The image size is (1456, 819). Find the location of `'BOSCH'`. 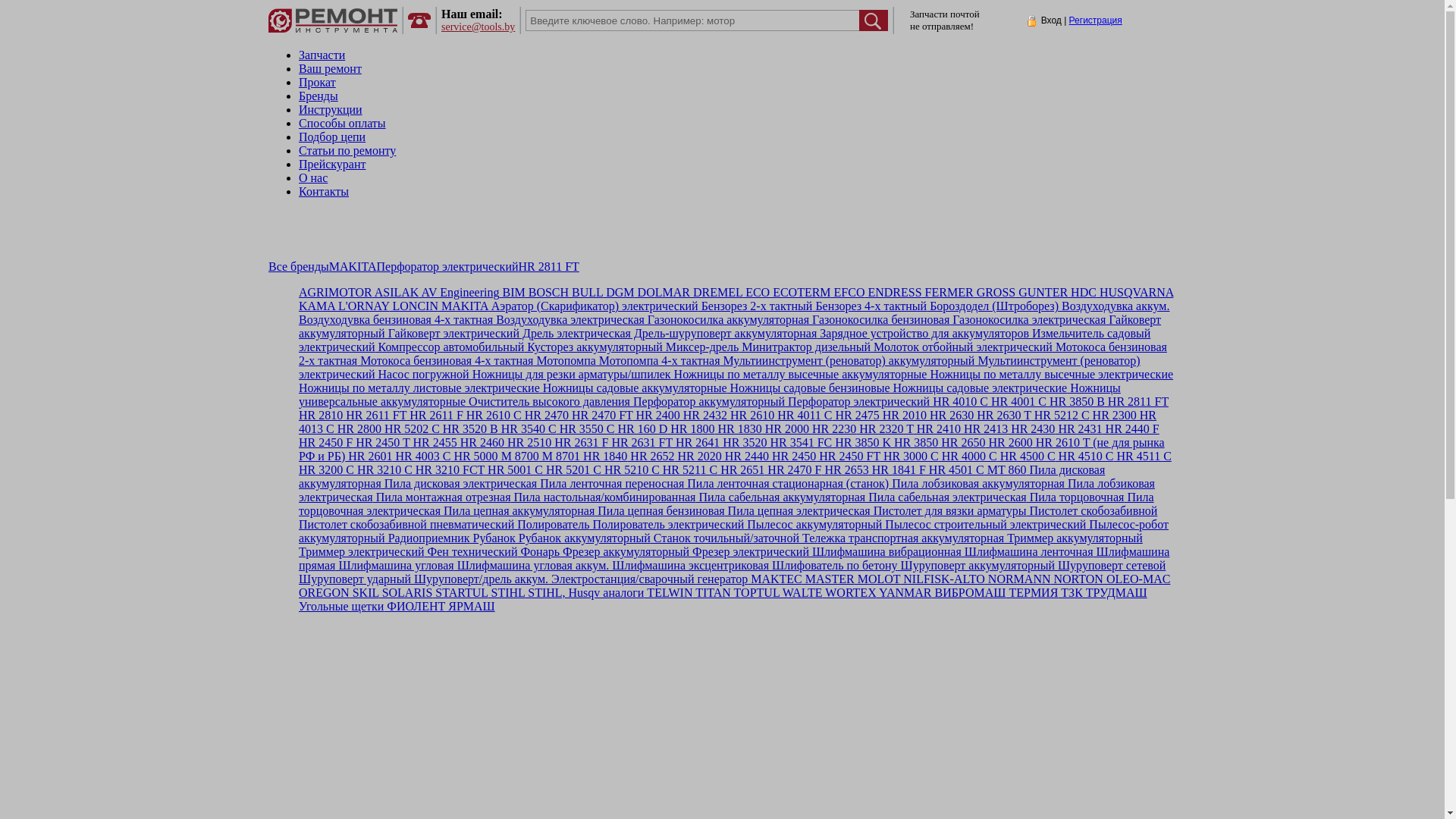

'BOSCH' is located at coordinates (546, 292).